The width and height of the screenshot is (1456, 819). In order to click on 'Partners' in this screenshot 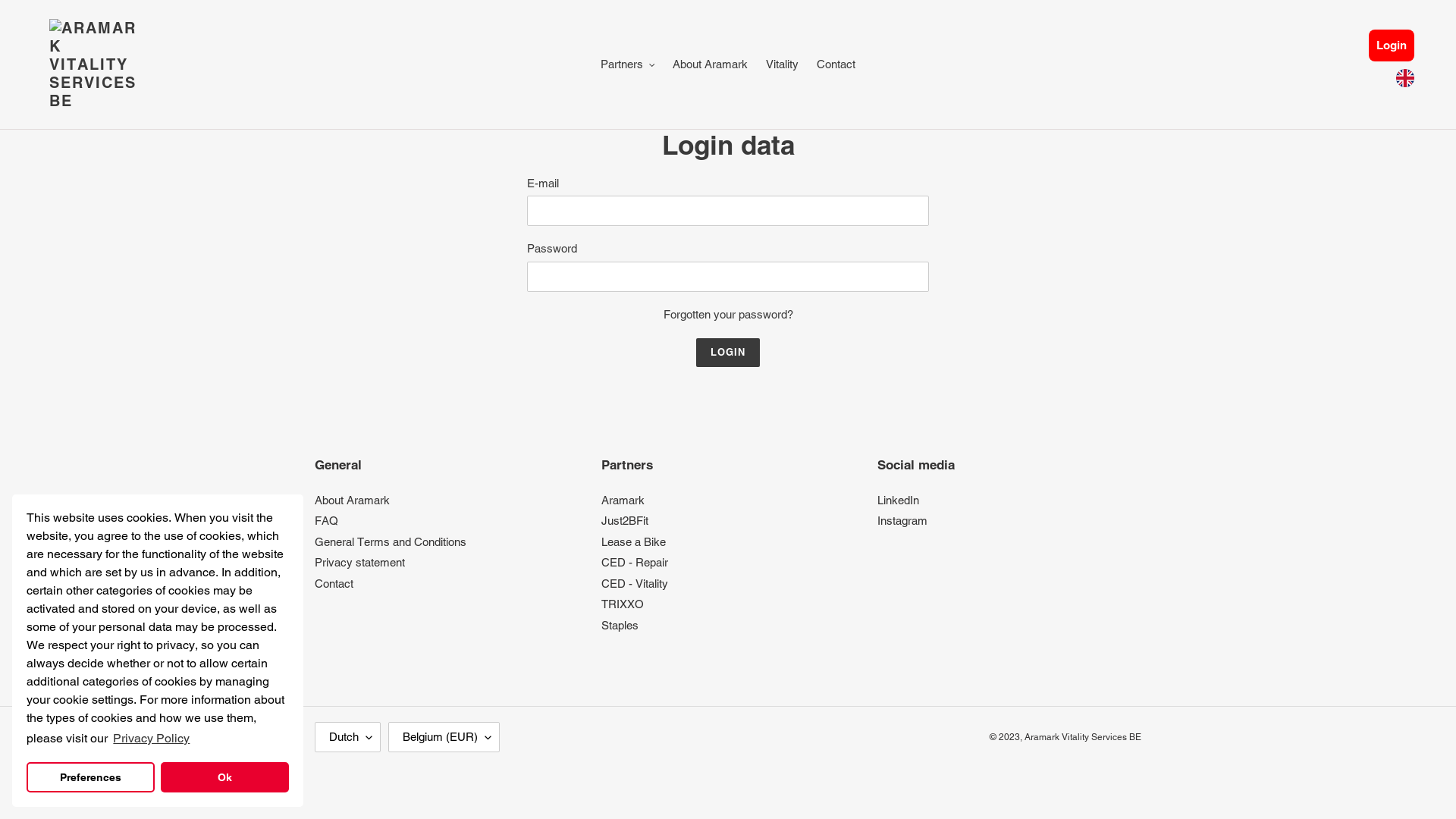, I will do `click(628, 64)`.